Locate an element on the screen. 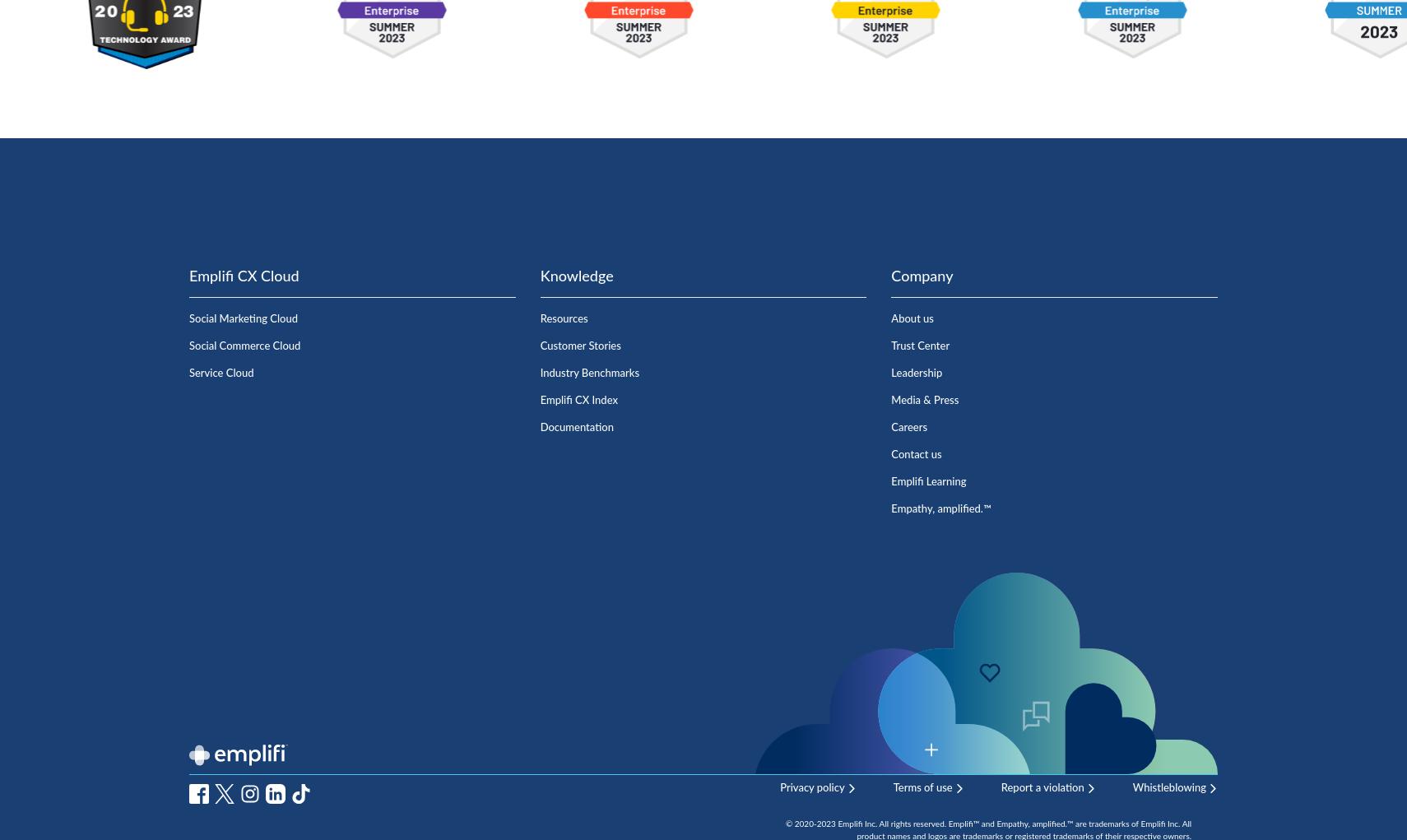  'Leadership' is located at coordinates (889, 373).